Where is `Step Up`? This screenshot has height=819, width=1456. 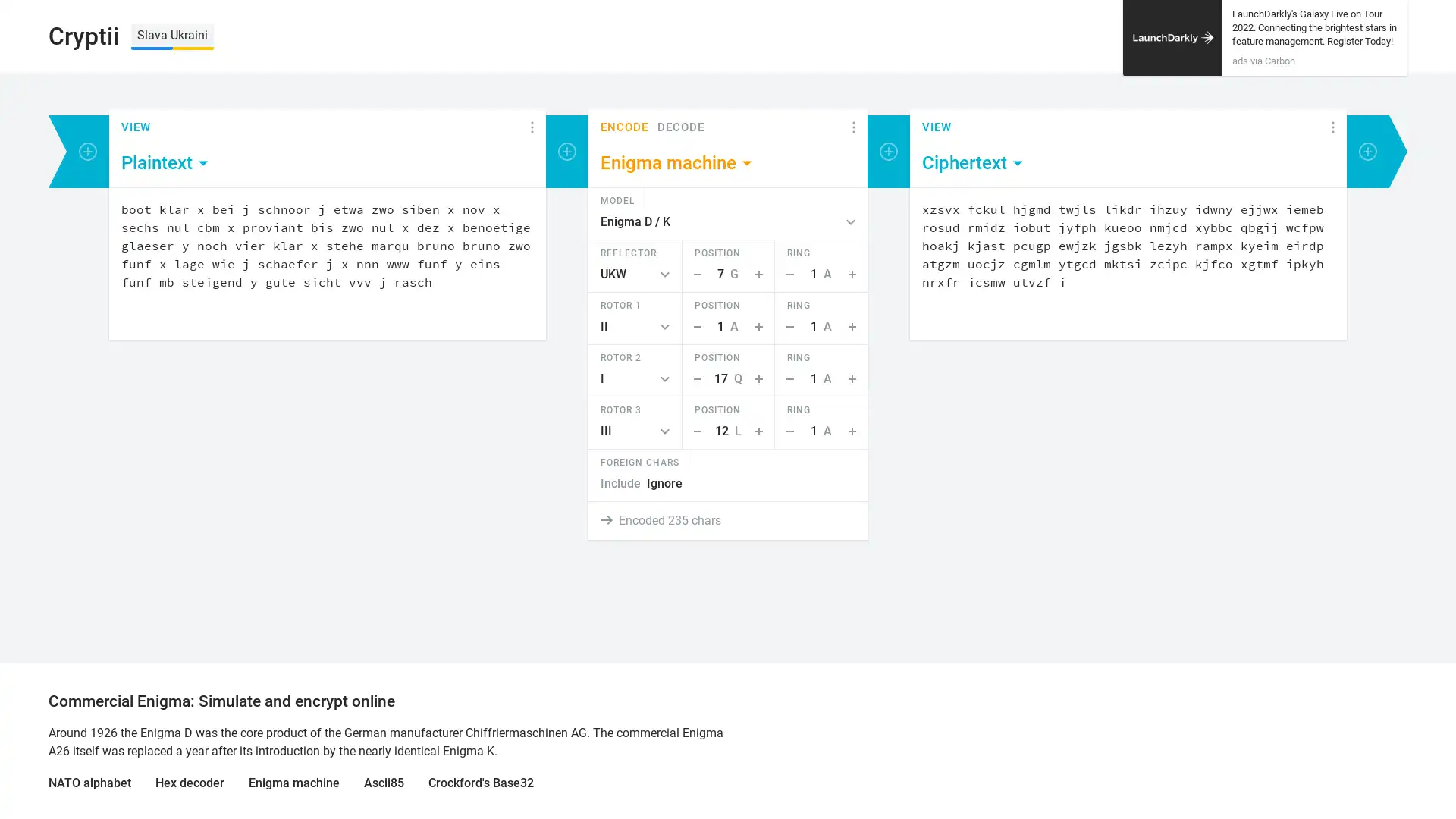 Step Up is located at coordinates (761, 431).